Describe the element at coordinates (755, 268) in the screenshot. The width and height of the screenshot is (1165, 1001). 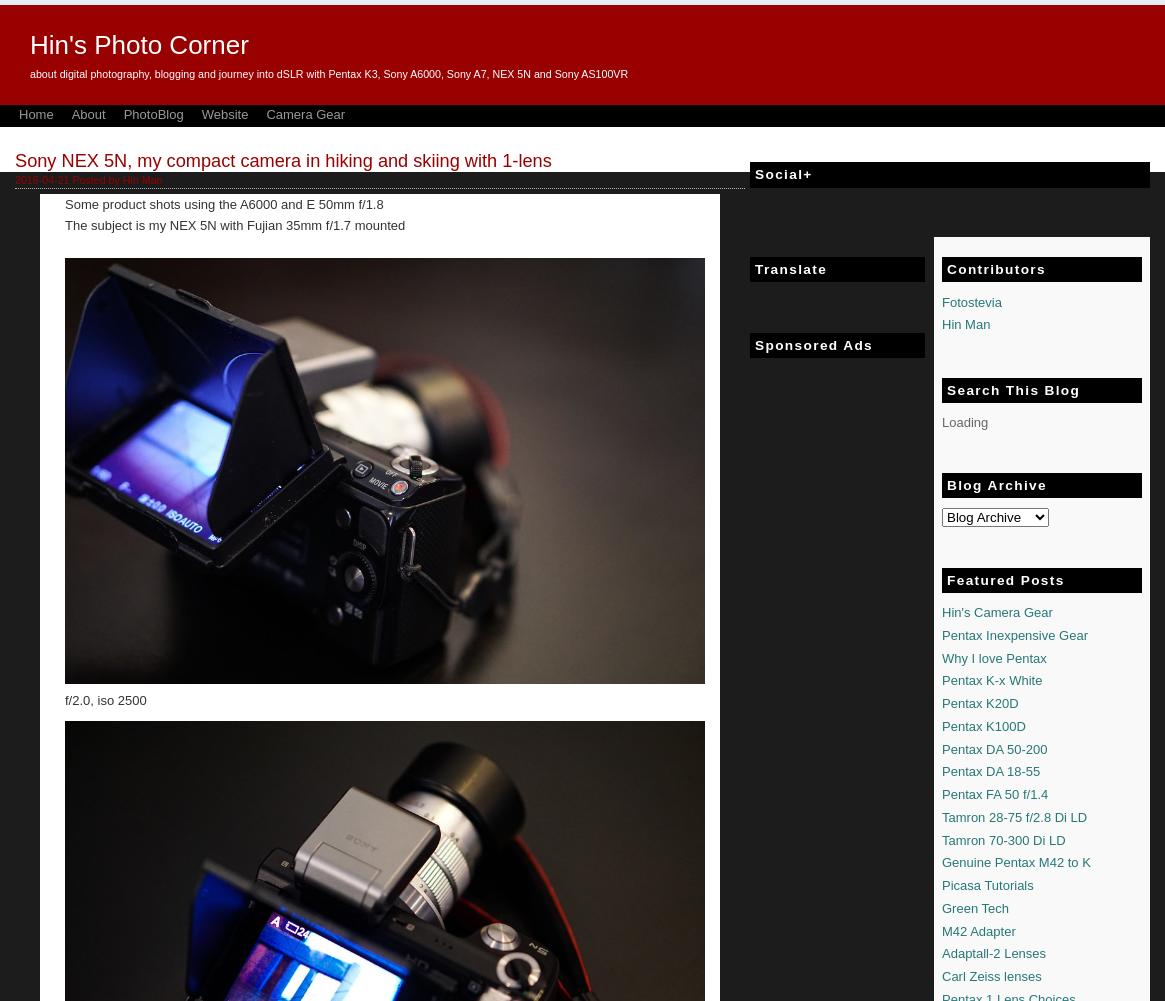
I see `'Translate'` at that location.